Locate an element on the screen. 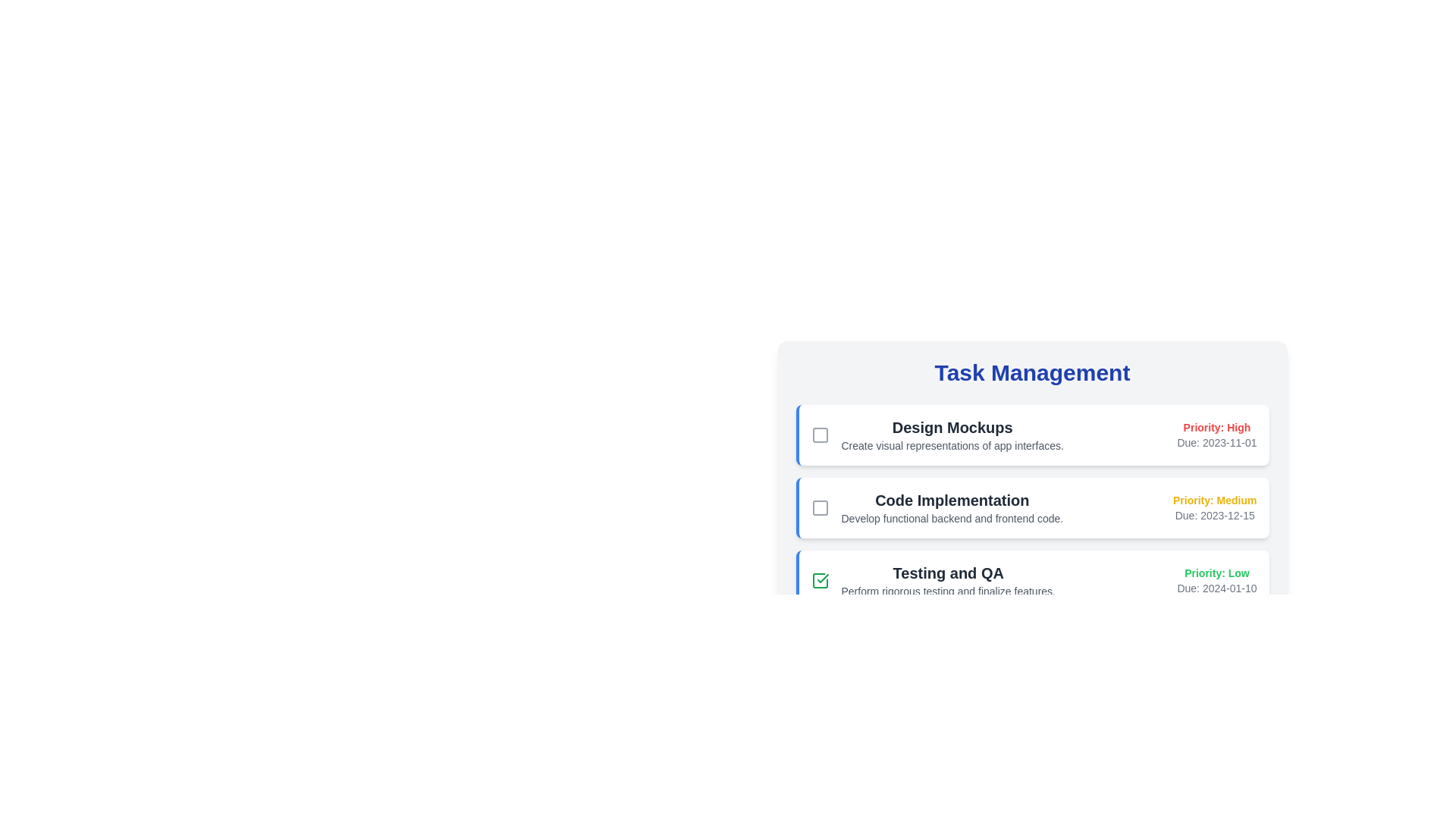 Image resolution: width=1456 pixels, height=819 pixels. task details for the 'Code Implementation' labeled task, which is the second item in the Task Management section is located at coordinates (936, 508).